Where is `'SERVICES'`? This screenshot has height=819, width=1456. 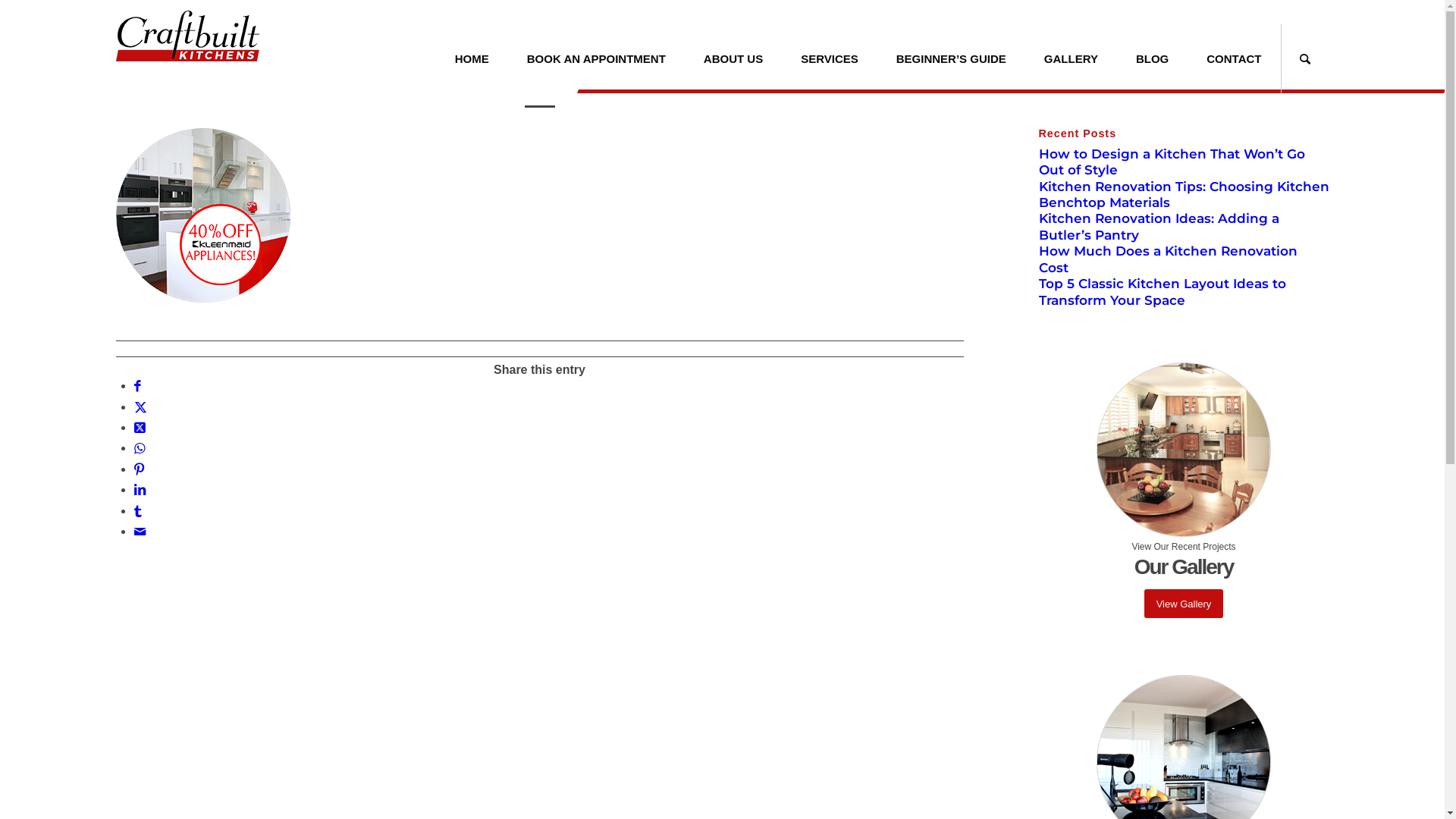 'SERVICES' is located at coordinates (829, 58).